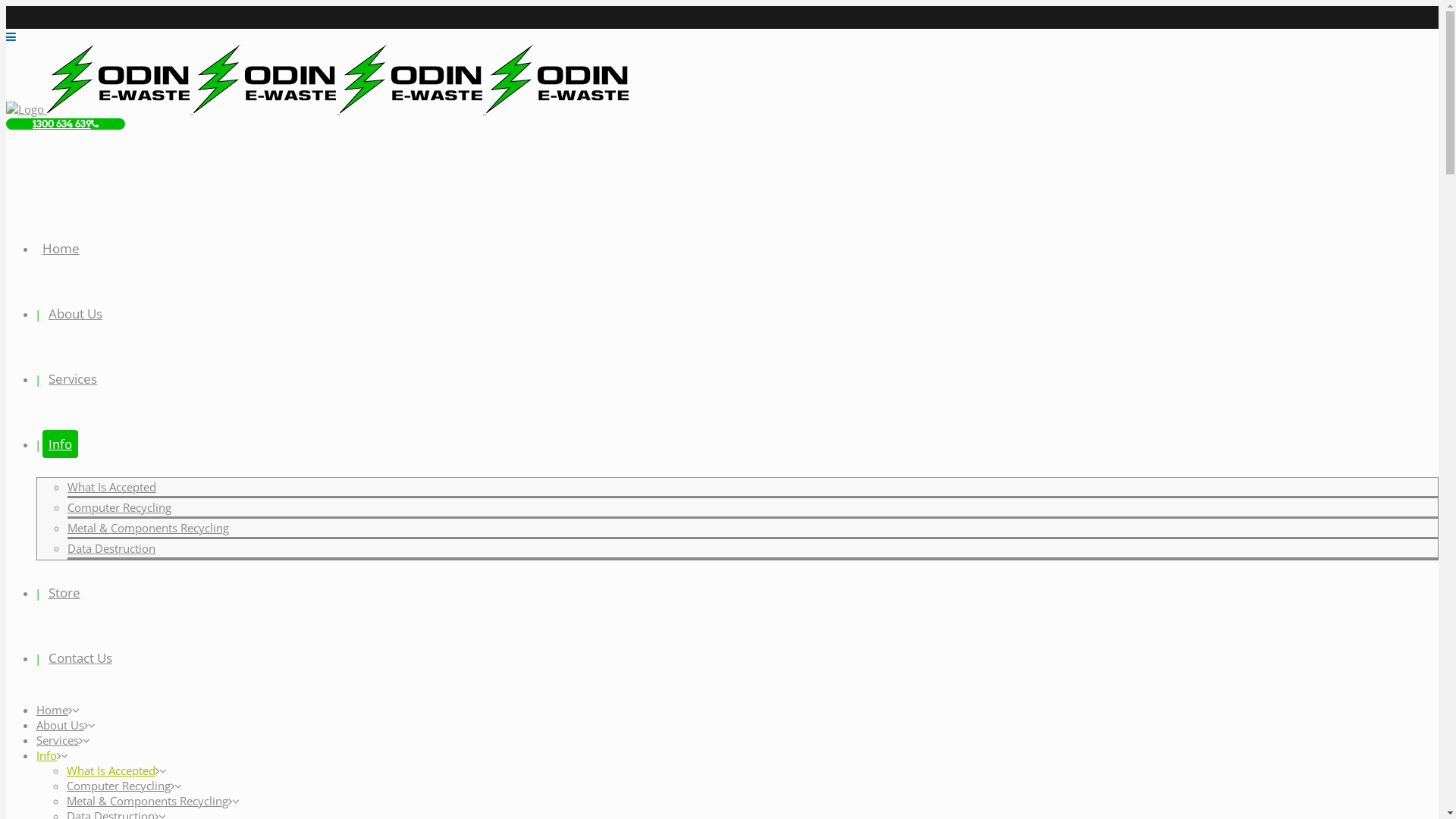  Describe the element at coordinates (79, 657) in the screenshot. I see `'Contact Us'` at that location.